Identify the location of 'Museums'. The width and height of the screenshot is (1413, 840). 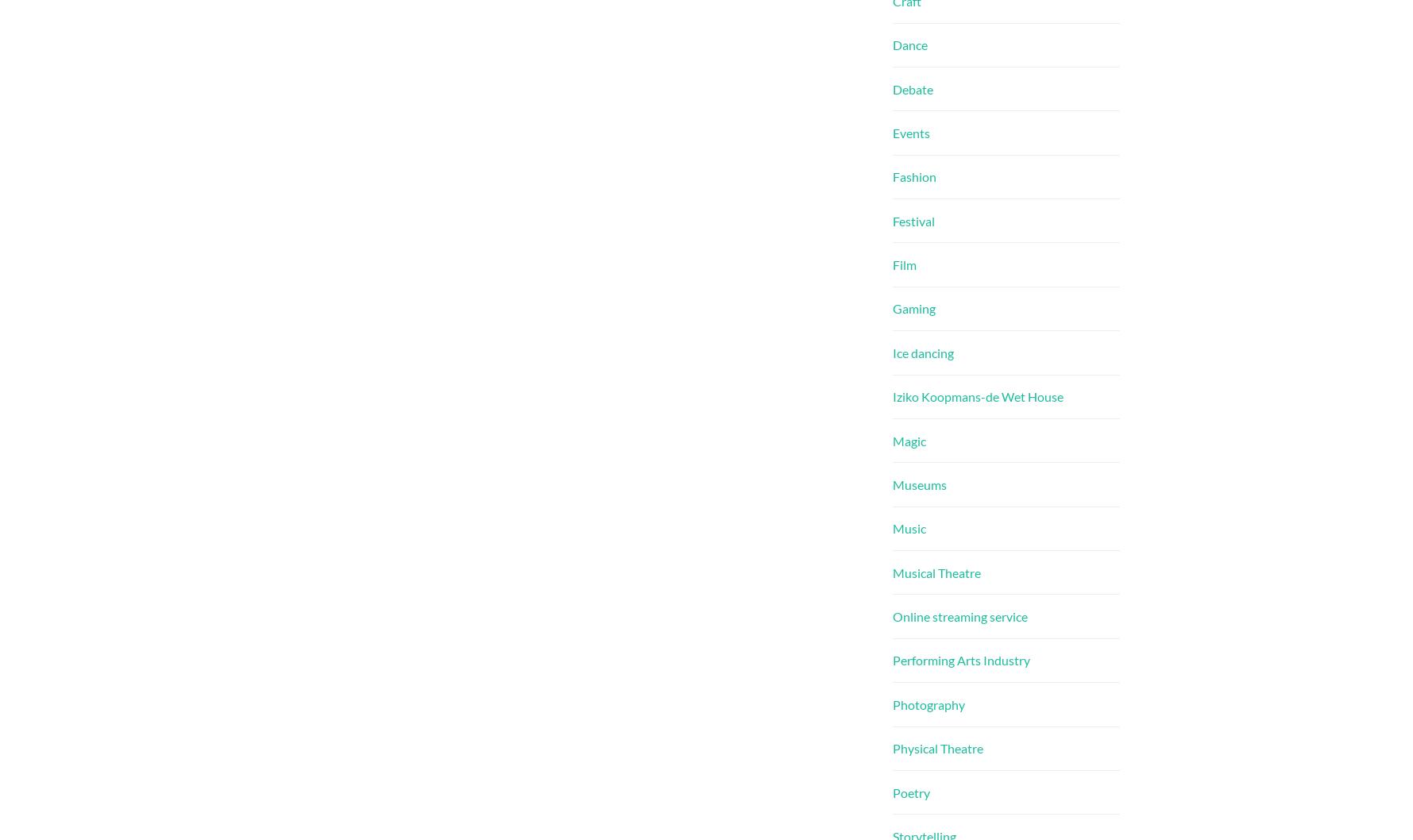
(919, 484).